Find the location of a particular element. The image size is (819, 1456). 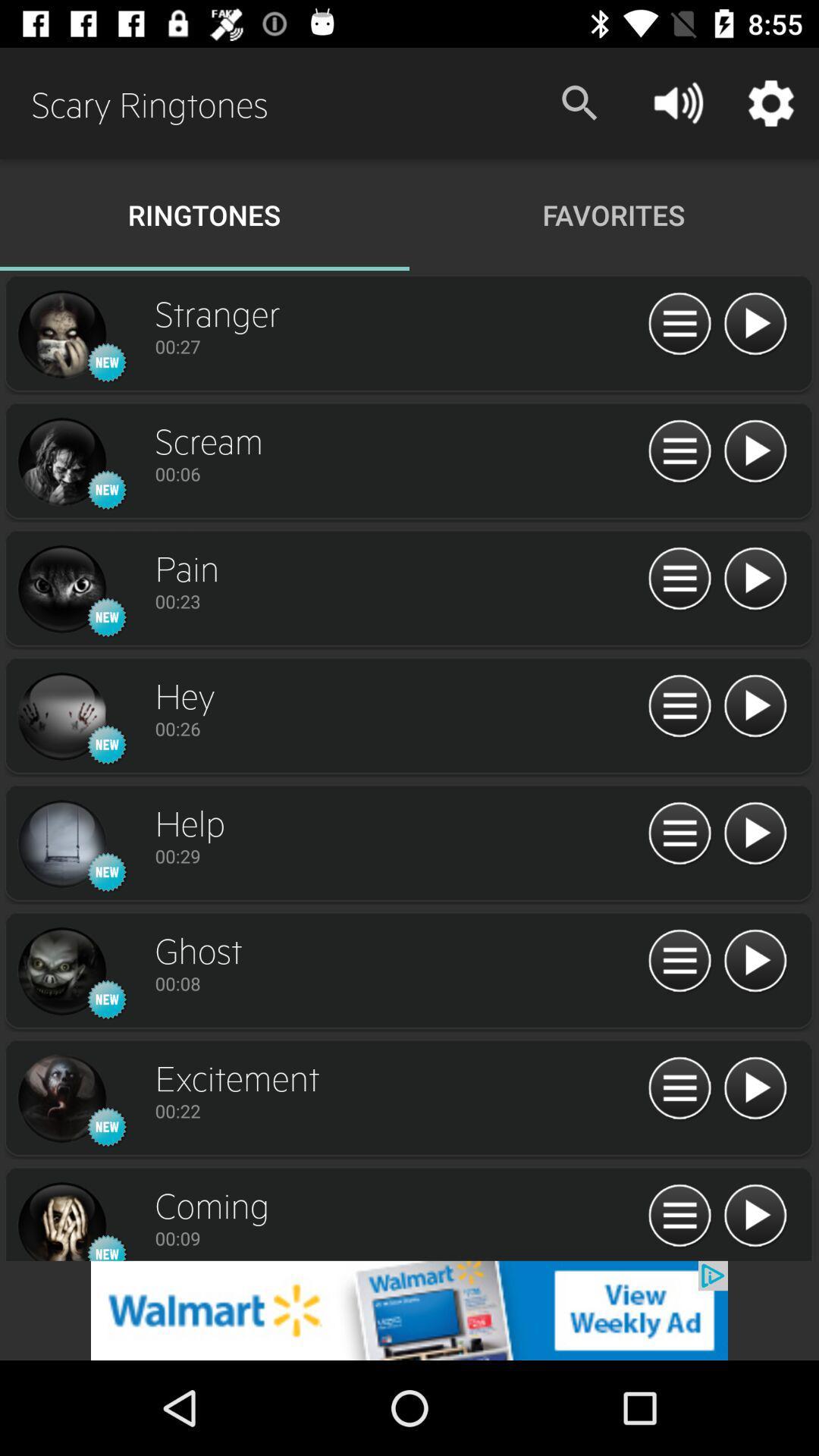

play is located at coordinates (755, 451).